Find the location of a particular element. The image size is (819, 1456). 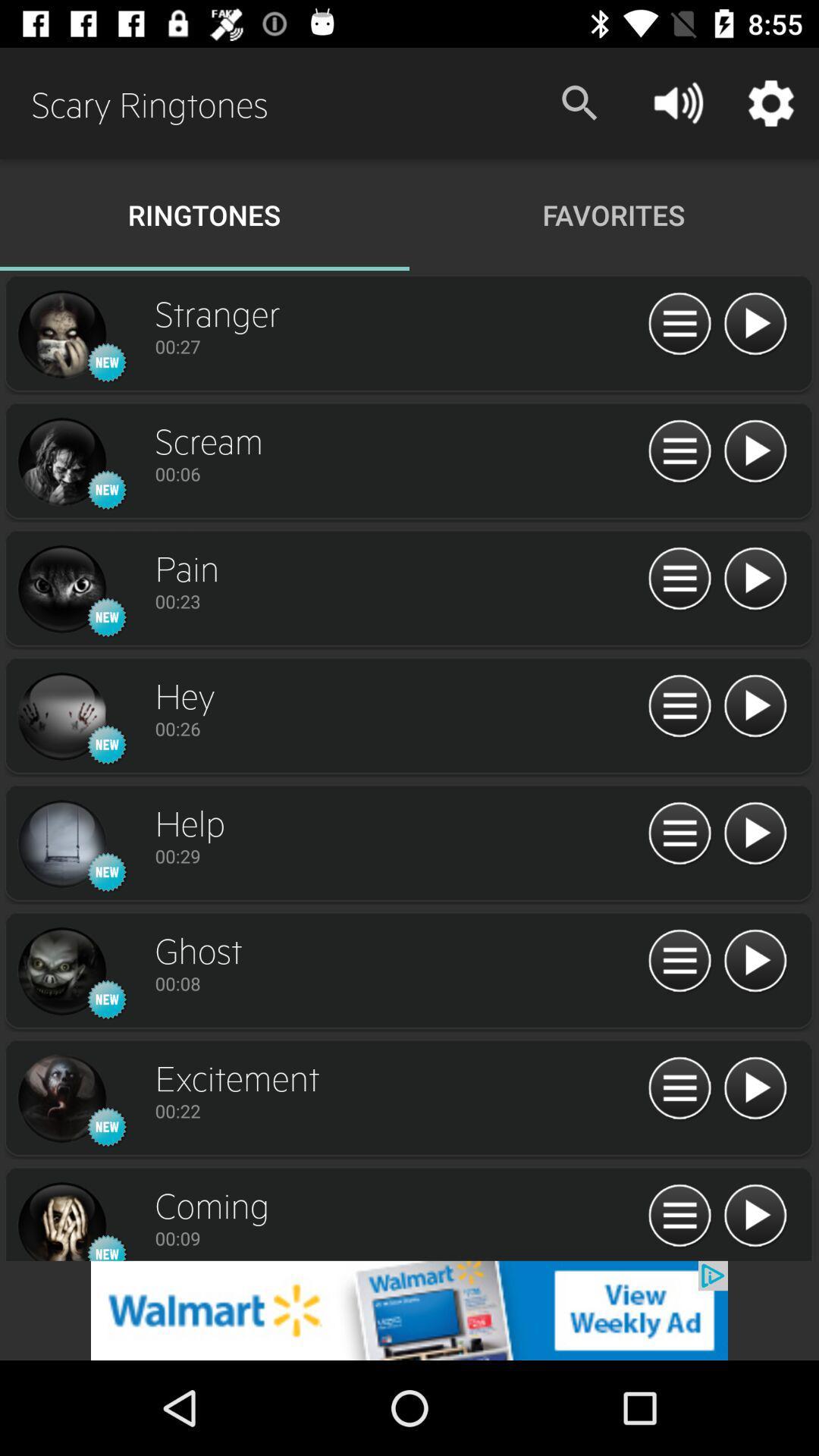

play is located at coordinates (755, 451).